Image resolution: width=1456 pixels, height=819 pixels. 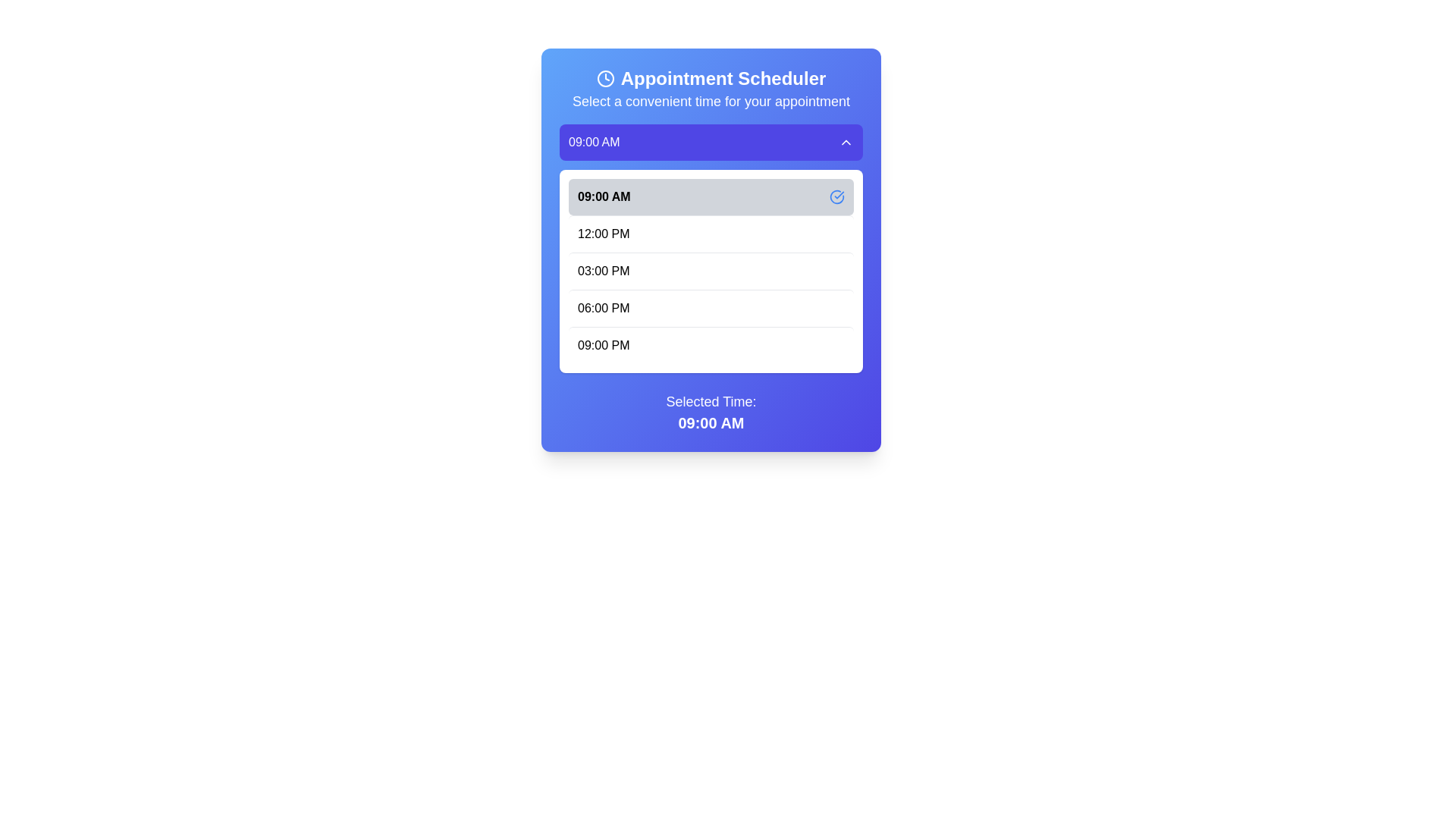 What do you see at coordinates (710, 89) in the screenshot?
I see `the Header titled 'Appointment Scheduler' with a clock icon, which is located at the top center of the card component, above the time selection dropdown` at bounding box center [710, 89].